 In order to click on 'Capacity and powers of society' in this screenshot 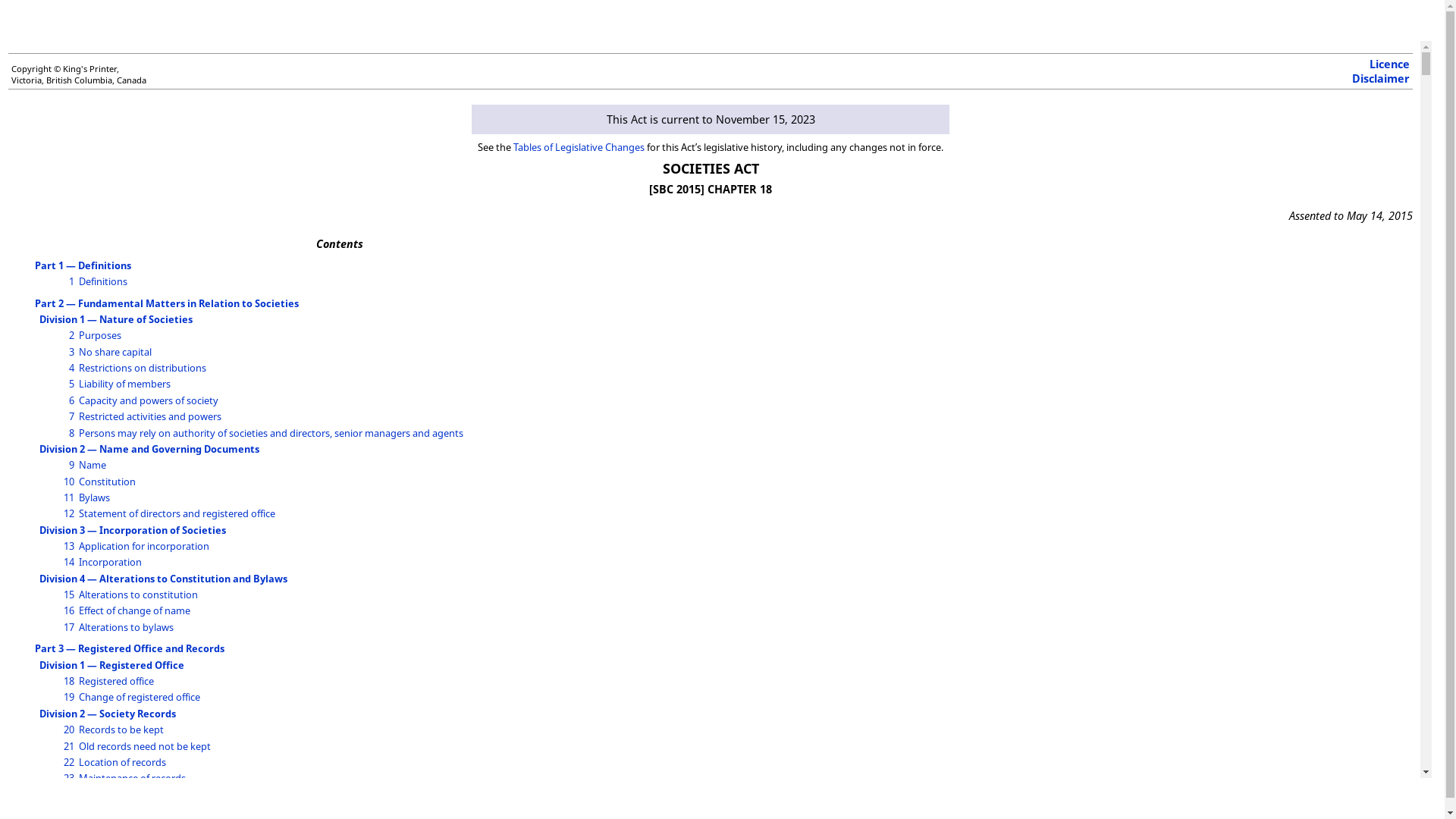, I will do `click(149, 400)`.